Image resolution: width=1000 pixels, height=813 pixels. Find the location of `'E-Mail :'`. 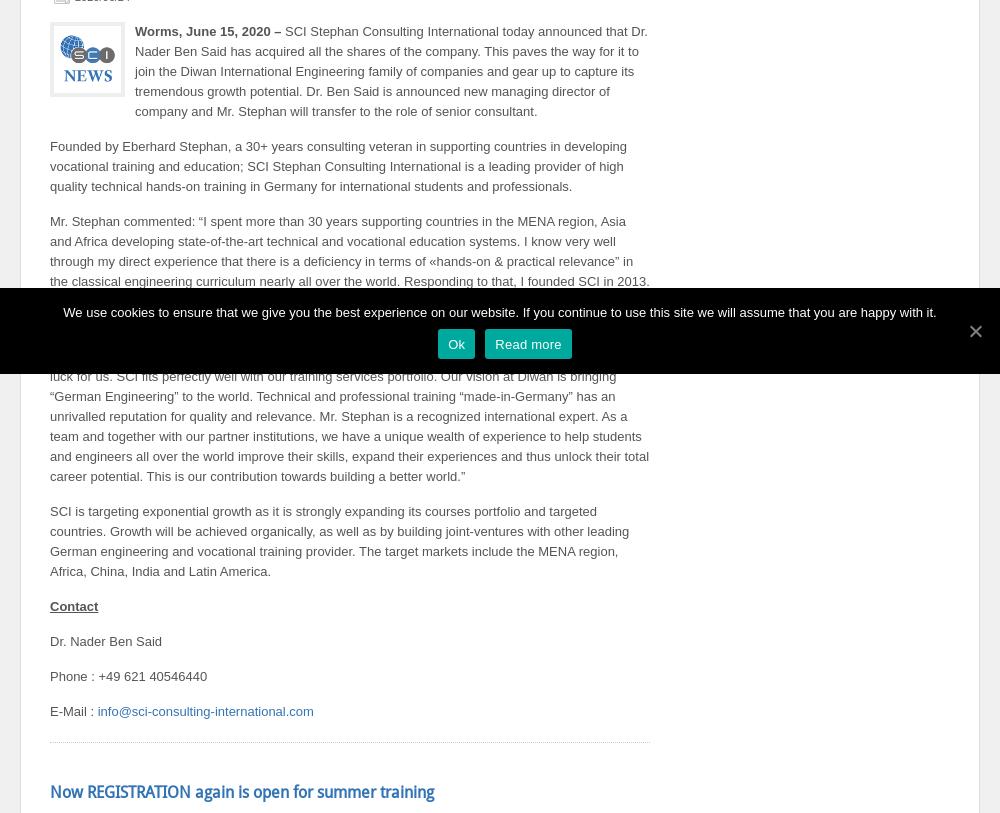

'E-Mail :' is located at coordinates (72, 711).